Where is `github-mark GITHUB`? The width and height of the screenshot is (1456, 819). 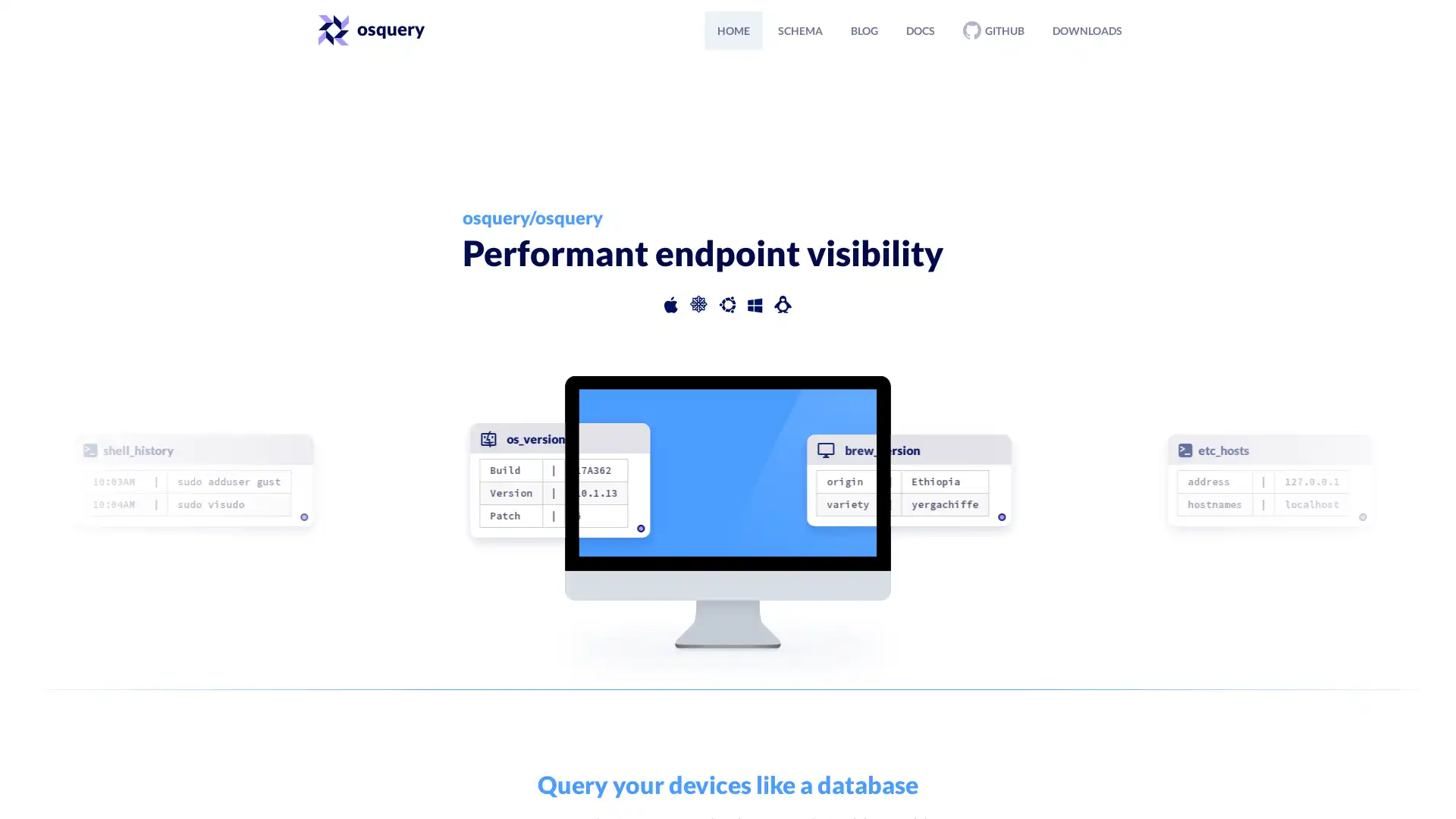 github-mark GITHUB is located at coordinates (993, 30).